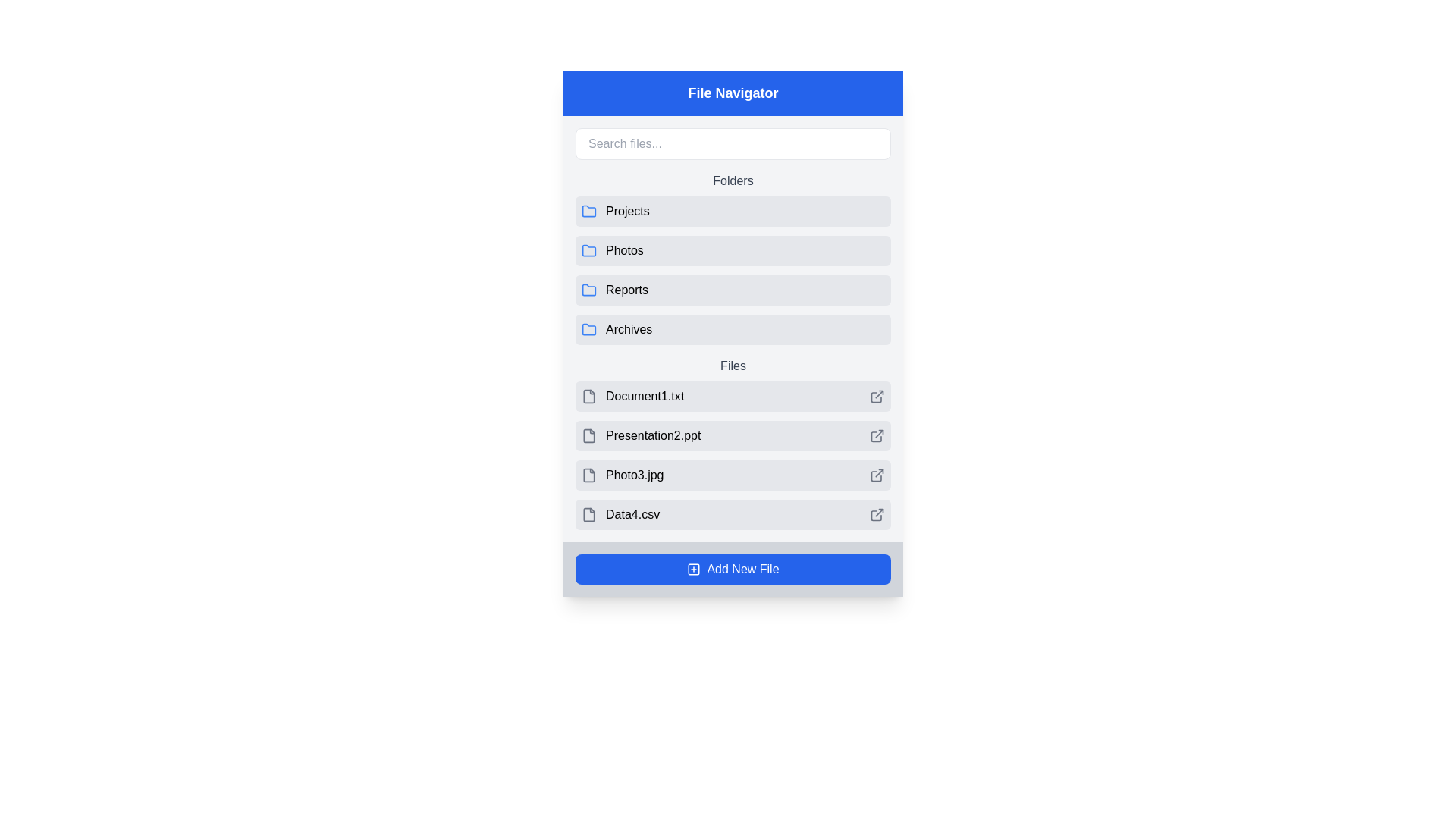  What do you see at coordinates (627, 211) in the screenshot?
I see `the static text label displaying 'Projects' in black font located` at bounding box center [627, 211].